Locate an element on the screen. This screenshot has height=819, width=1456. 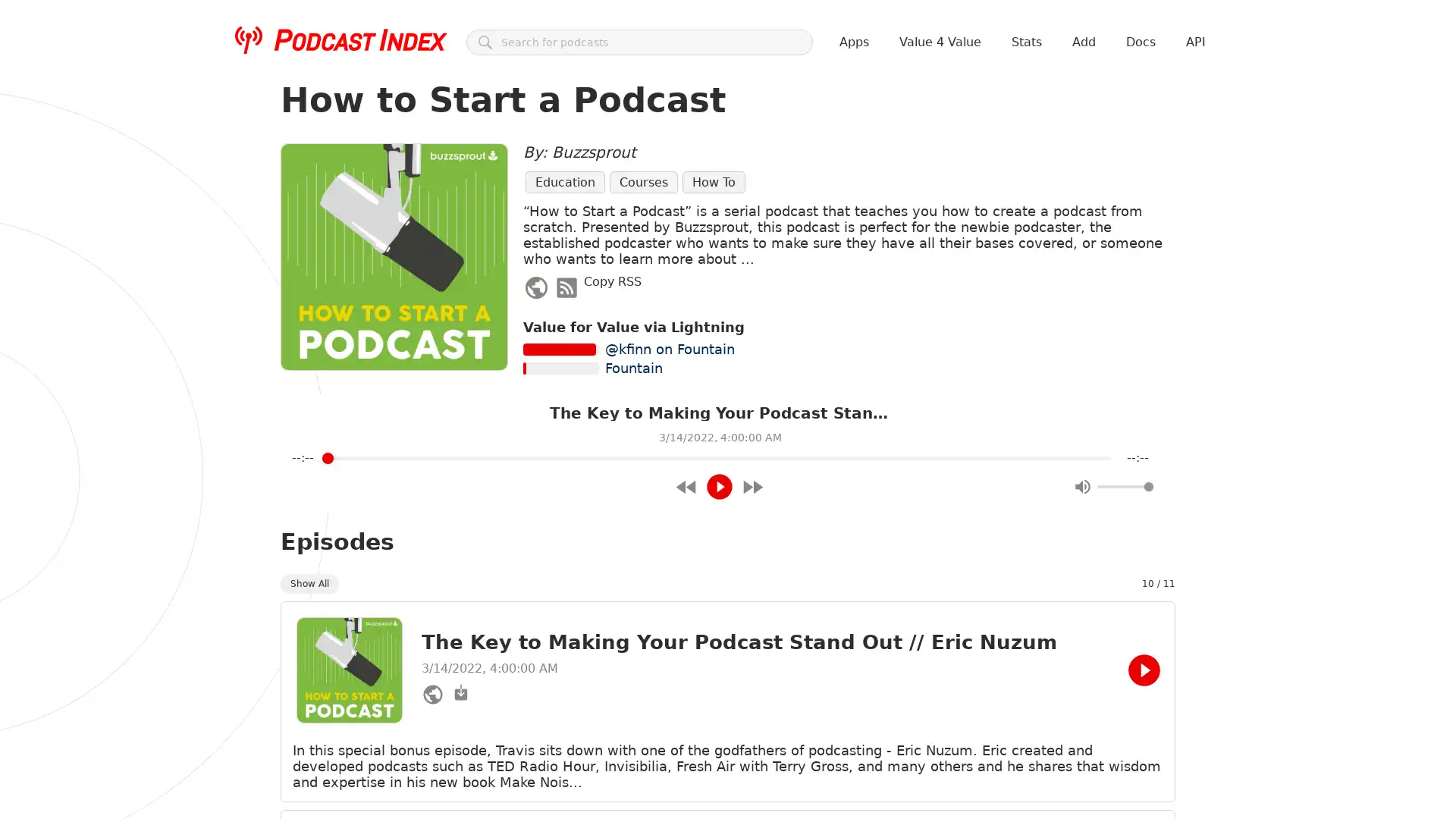
Play is located at coordinates (719, 486).